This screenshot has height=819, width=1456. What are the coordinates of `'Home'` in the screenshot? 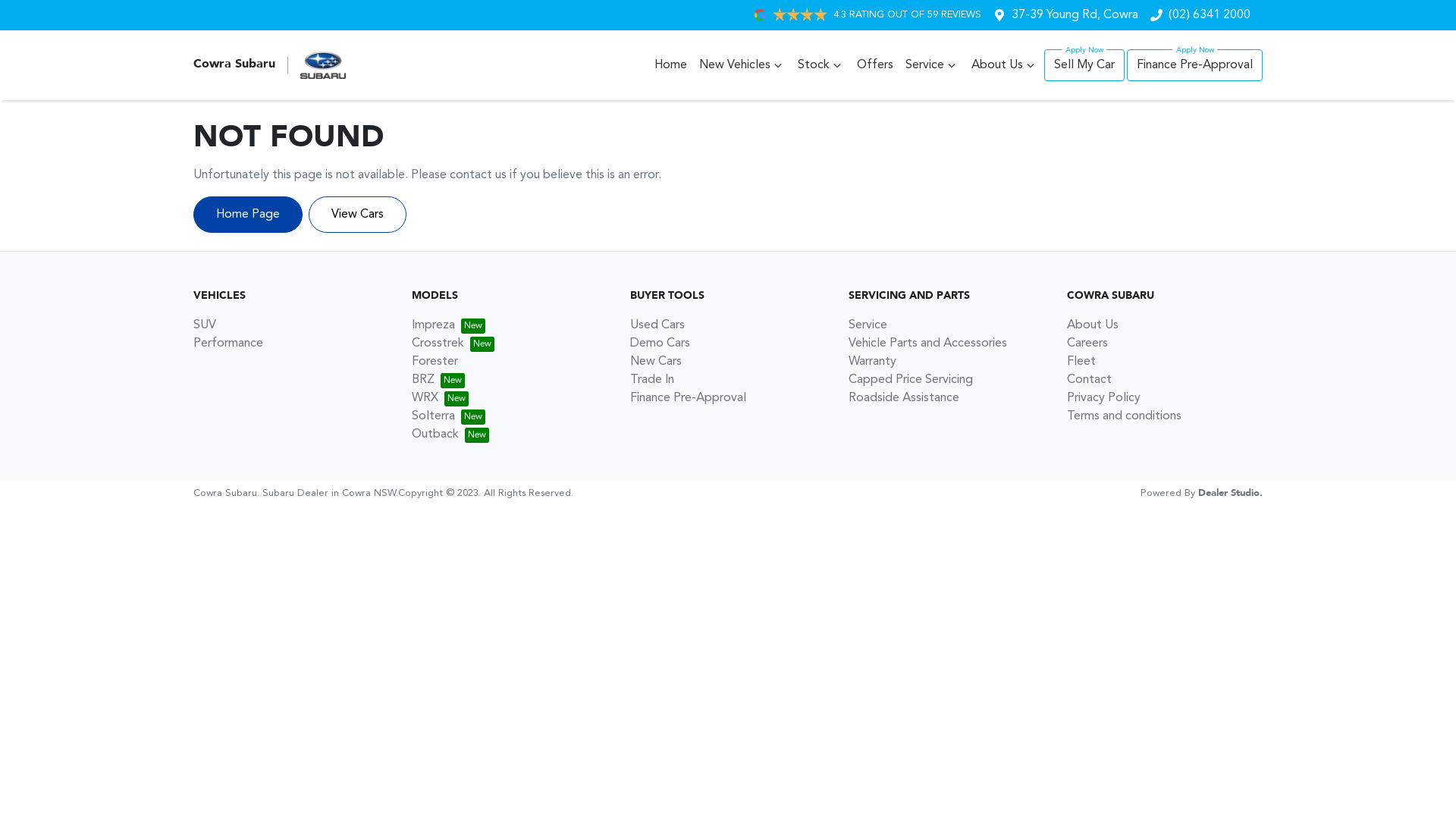 It's located at (670, 64).